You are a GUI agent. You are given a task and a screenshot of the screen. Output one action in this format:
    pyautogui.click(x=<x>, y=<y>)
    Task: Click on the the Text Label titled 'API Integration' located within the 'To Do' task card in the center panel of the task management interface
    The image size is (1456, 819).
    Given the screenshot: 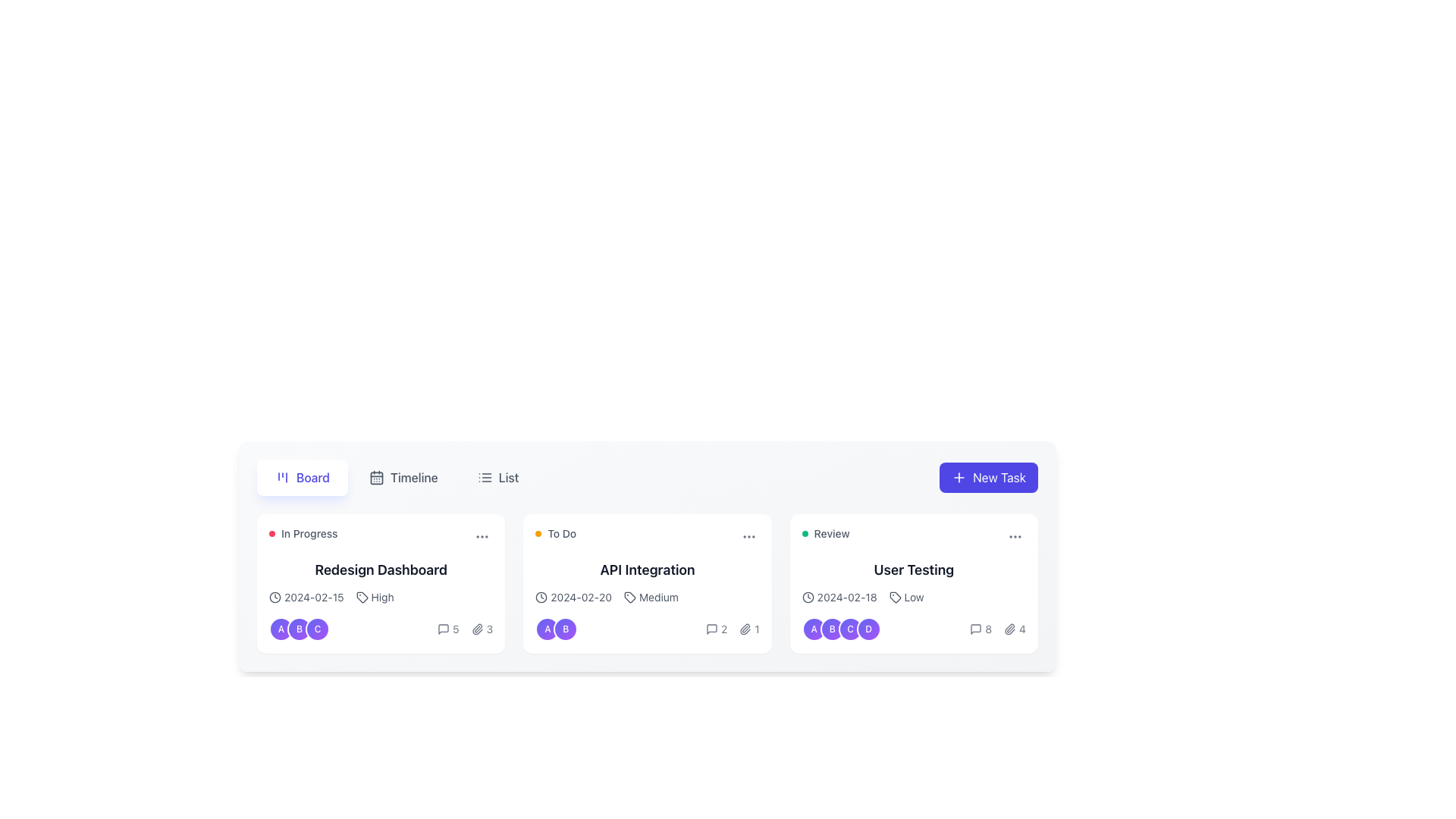 What is the action you would take?
    pyautogui.click(x=648, y=570)
    